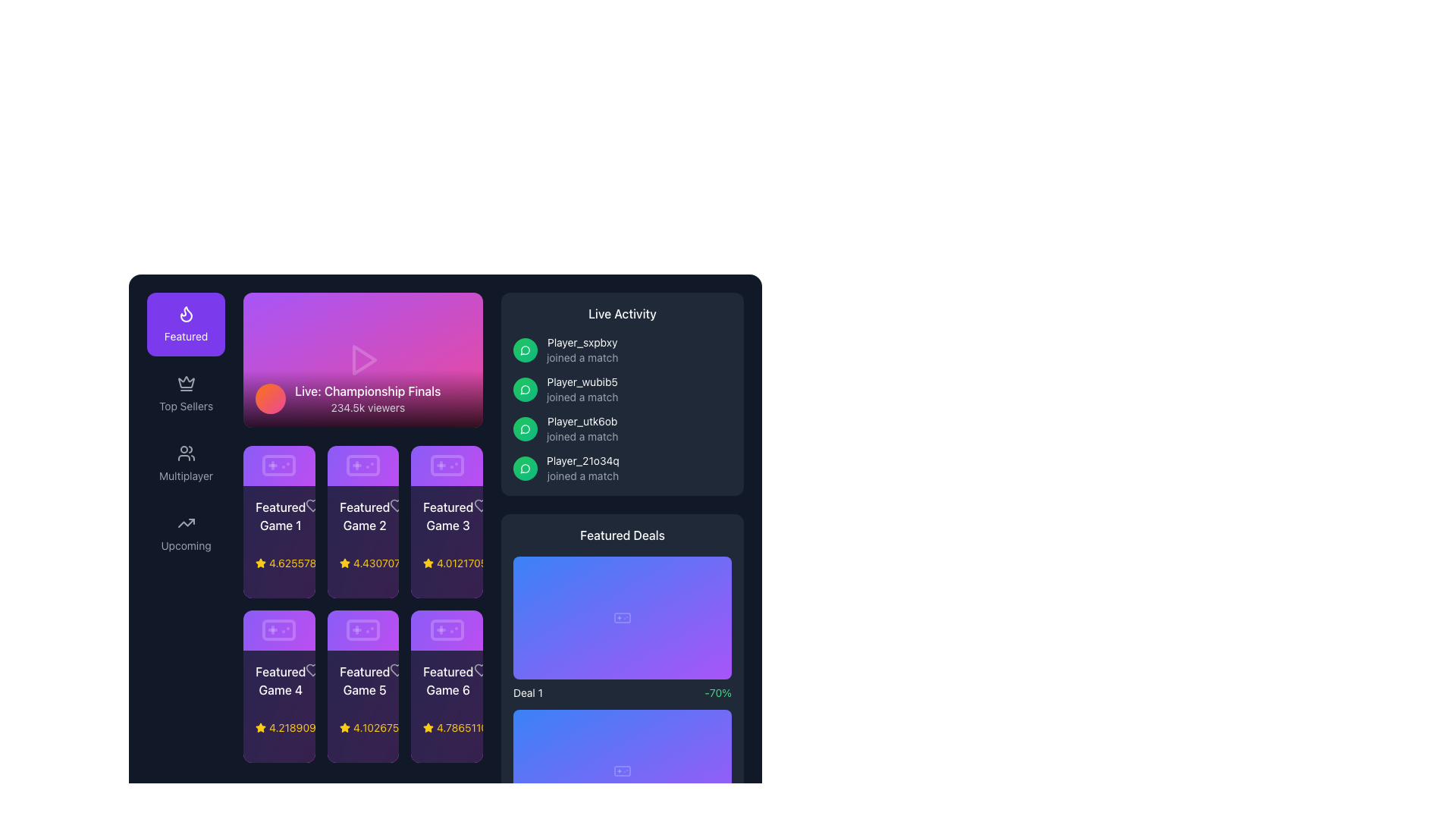  I want to click on text label in the second column of the first row within the 'Featured Games' section, which identifies the featured game, so click(364, 515).